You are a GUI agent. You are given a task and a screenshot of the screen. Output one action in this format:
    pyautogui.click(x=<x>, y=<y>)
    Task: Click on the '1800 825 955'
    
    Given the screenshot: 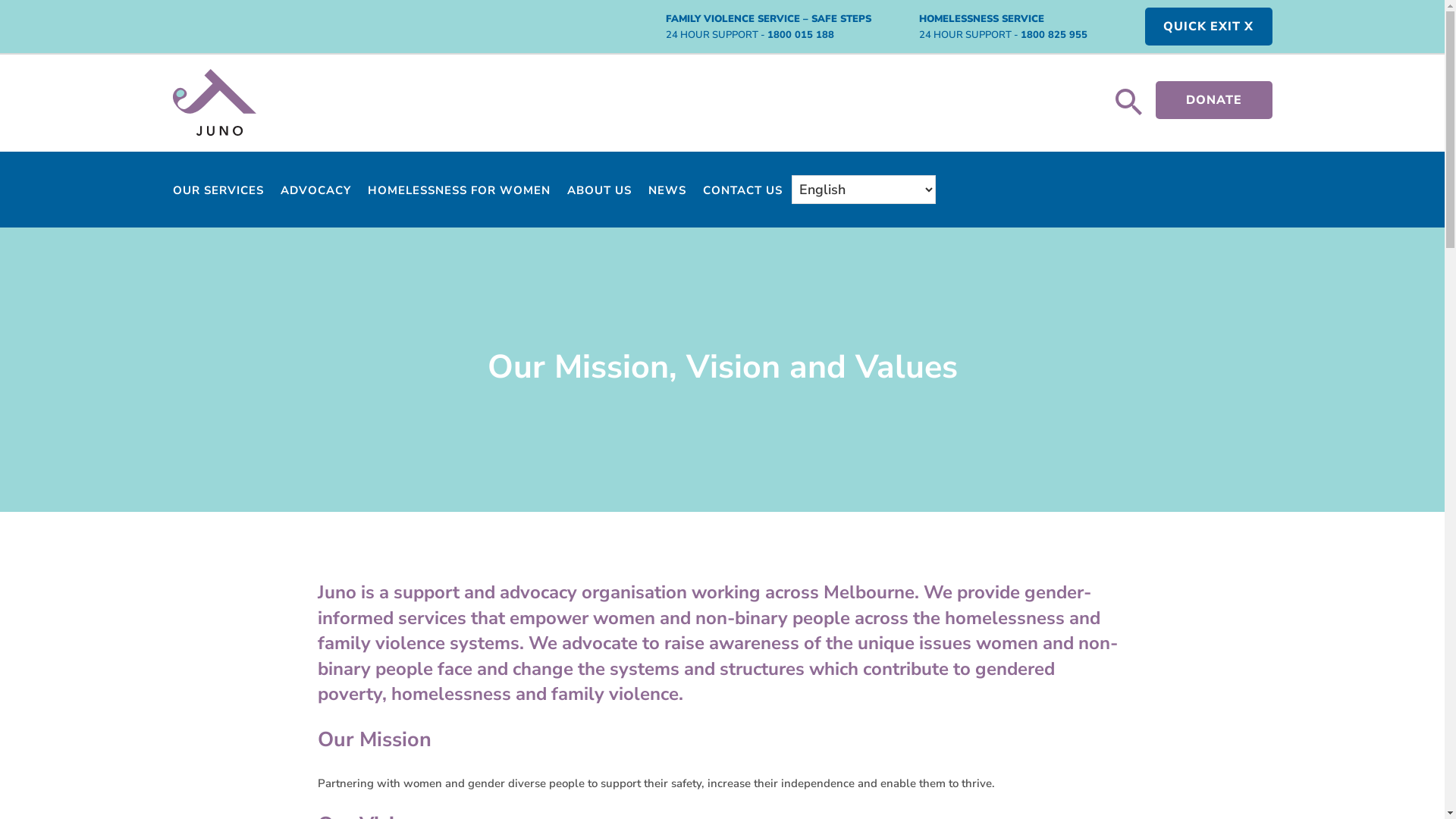 What is the action you would take?
    pyautogui.click(x=1020, y=34)
    